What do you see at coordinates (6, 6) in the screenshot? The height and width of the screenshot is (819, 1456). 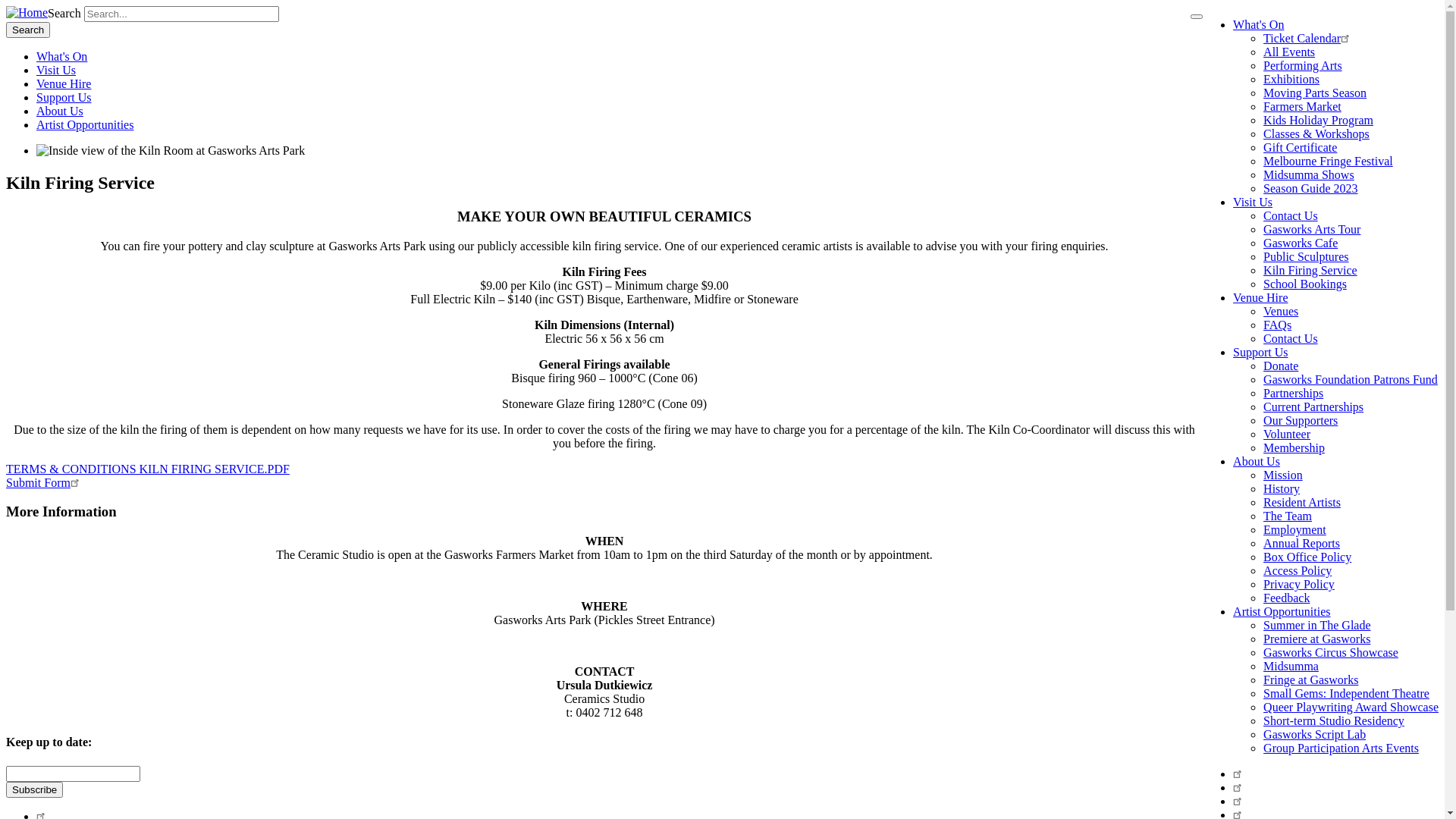 I see `'Skip to main content'` at bounding box center [6, 6].